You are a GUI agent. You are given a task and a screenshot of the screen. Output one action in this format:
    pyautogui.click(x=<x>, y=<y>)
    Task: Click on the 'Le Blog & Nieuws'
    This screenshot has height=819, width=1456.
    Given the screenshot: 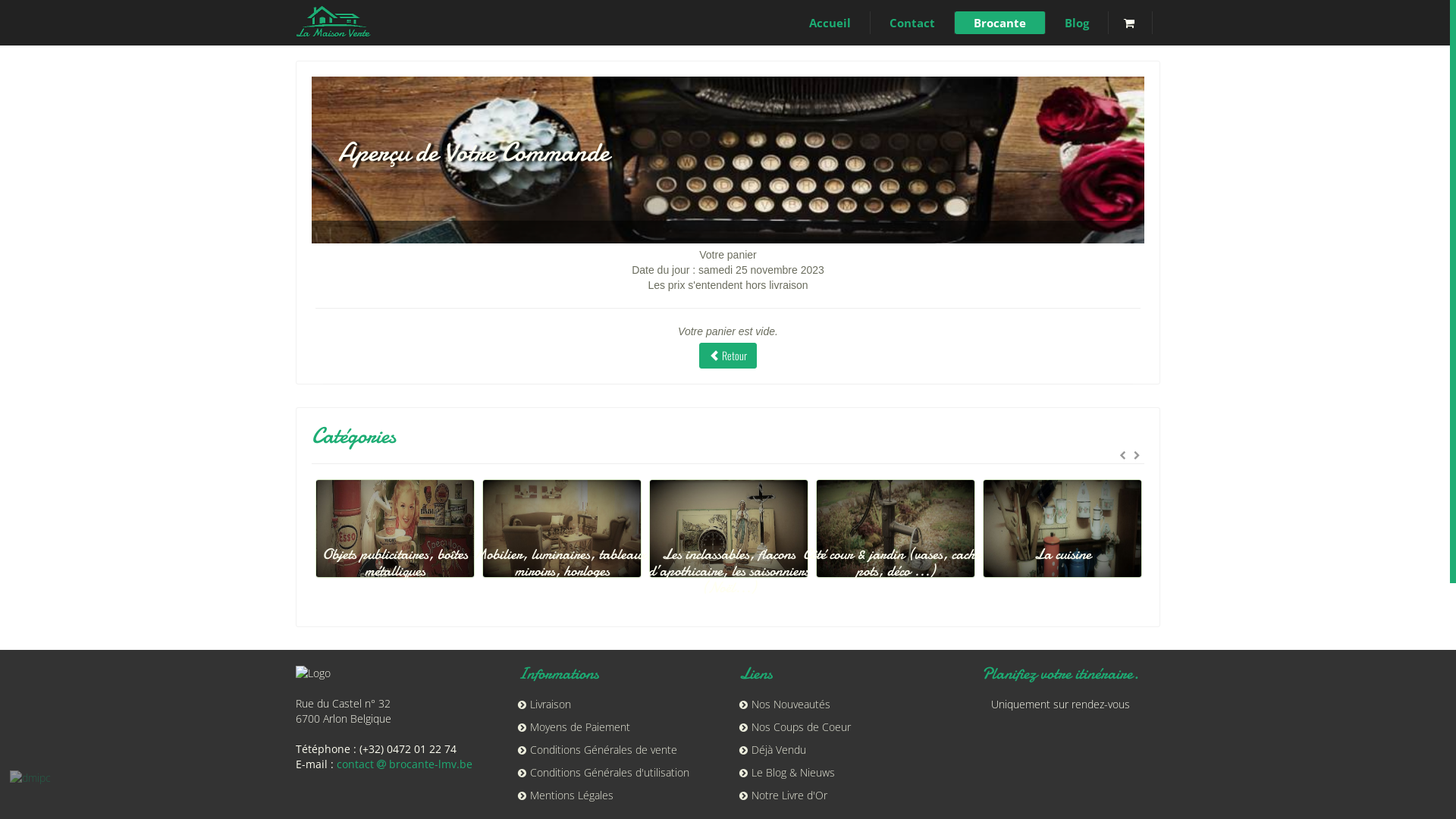 What is the action you would take?
    pyautogui.click(x=786, y=772)
    